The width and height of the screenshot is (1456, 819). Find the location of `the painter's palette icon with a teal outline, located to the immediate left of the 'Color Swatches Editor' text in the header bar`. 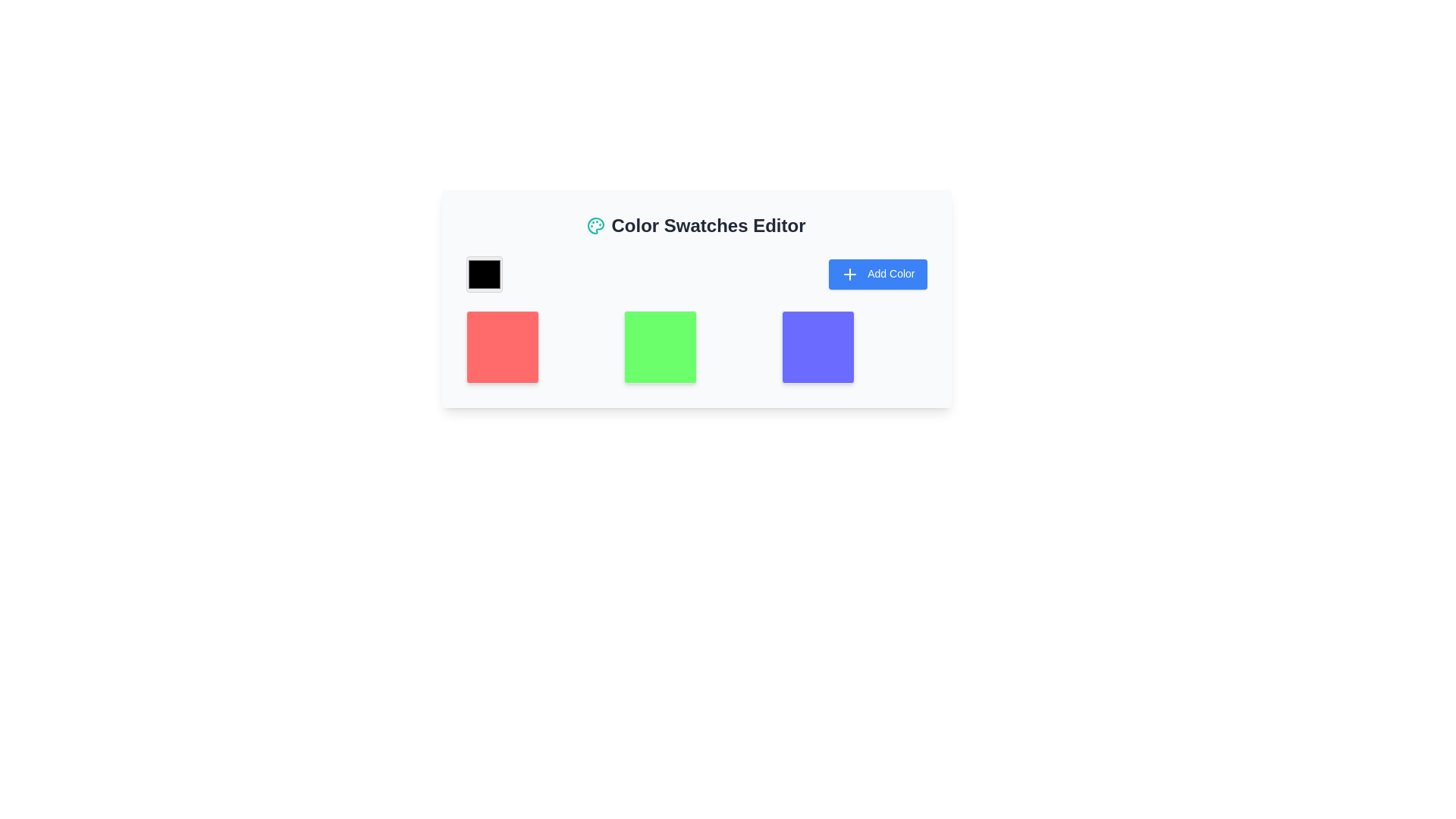

the painter's palette icon with a teal outline, located to the immediate left of the 'Color Swatches Editor' text in the header bar is located at coordinates (595, 225).